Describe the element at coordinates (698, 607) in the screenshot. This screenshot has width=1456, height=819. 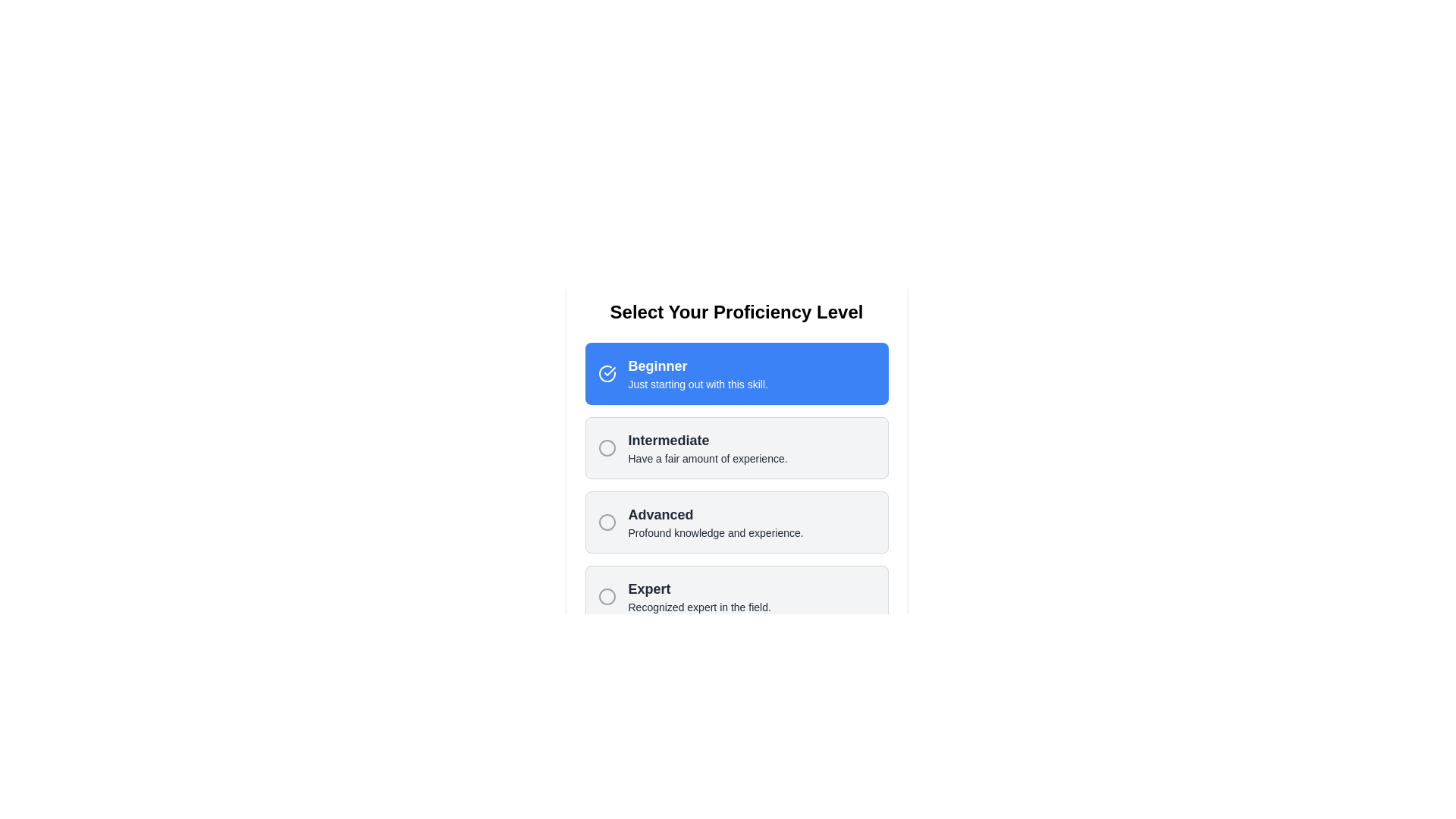
I see `the text label displaying 'Recognized expert in the field.' located under the title 'Expert' in the proficiency level selection interface` at that location.